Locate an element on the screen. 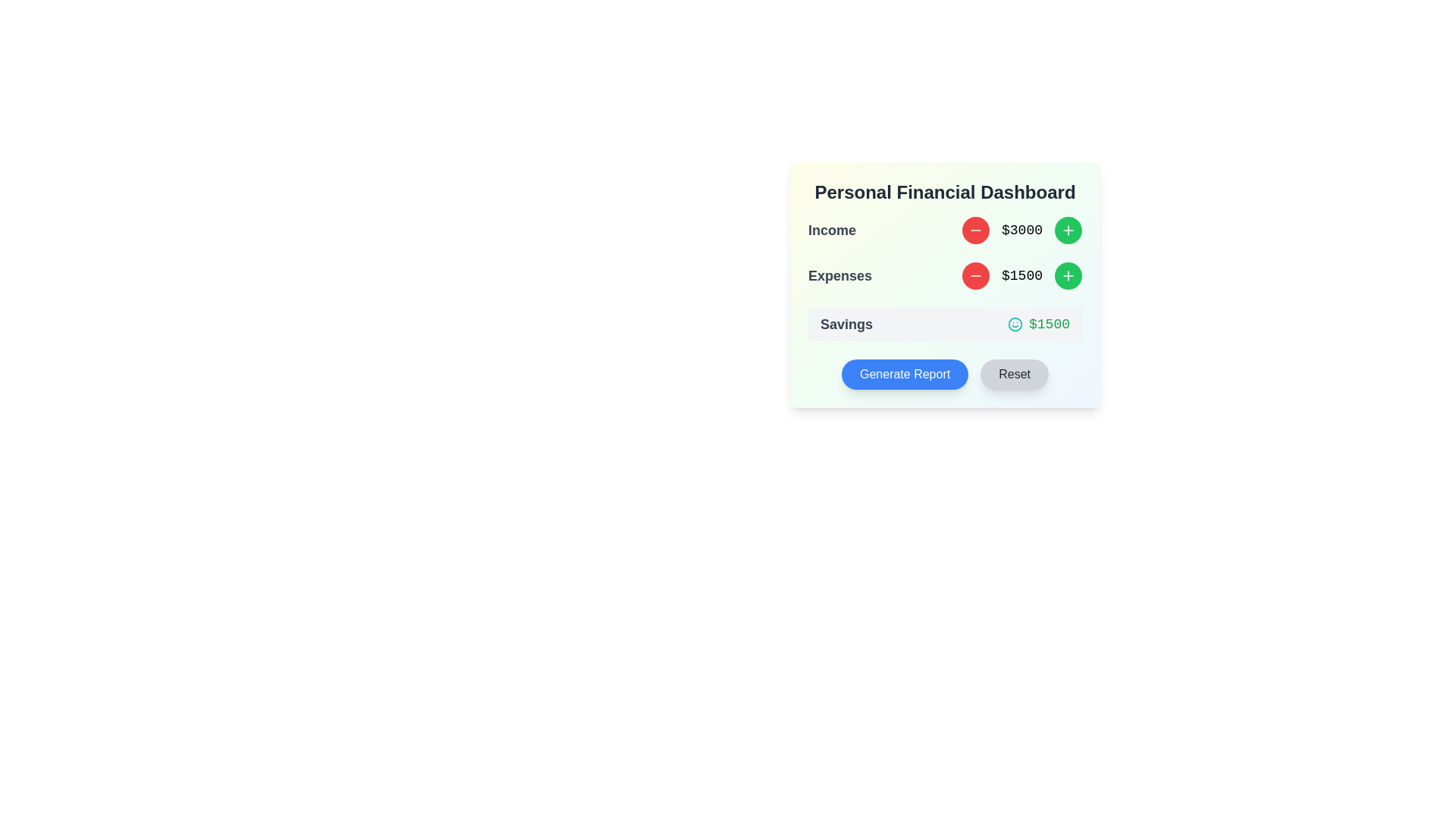 This screenshot has width=1456, height=819. the circular background of the smiley face icon located next to the numeric value '$1500' in the 'Savings' section of the dashboard is located at coordinates (1015, 324).